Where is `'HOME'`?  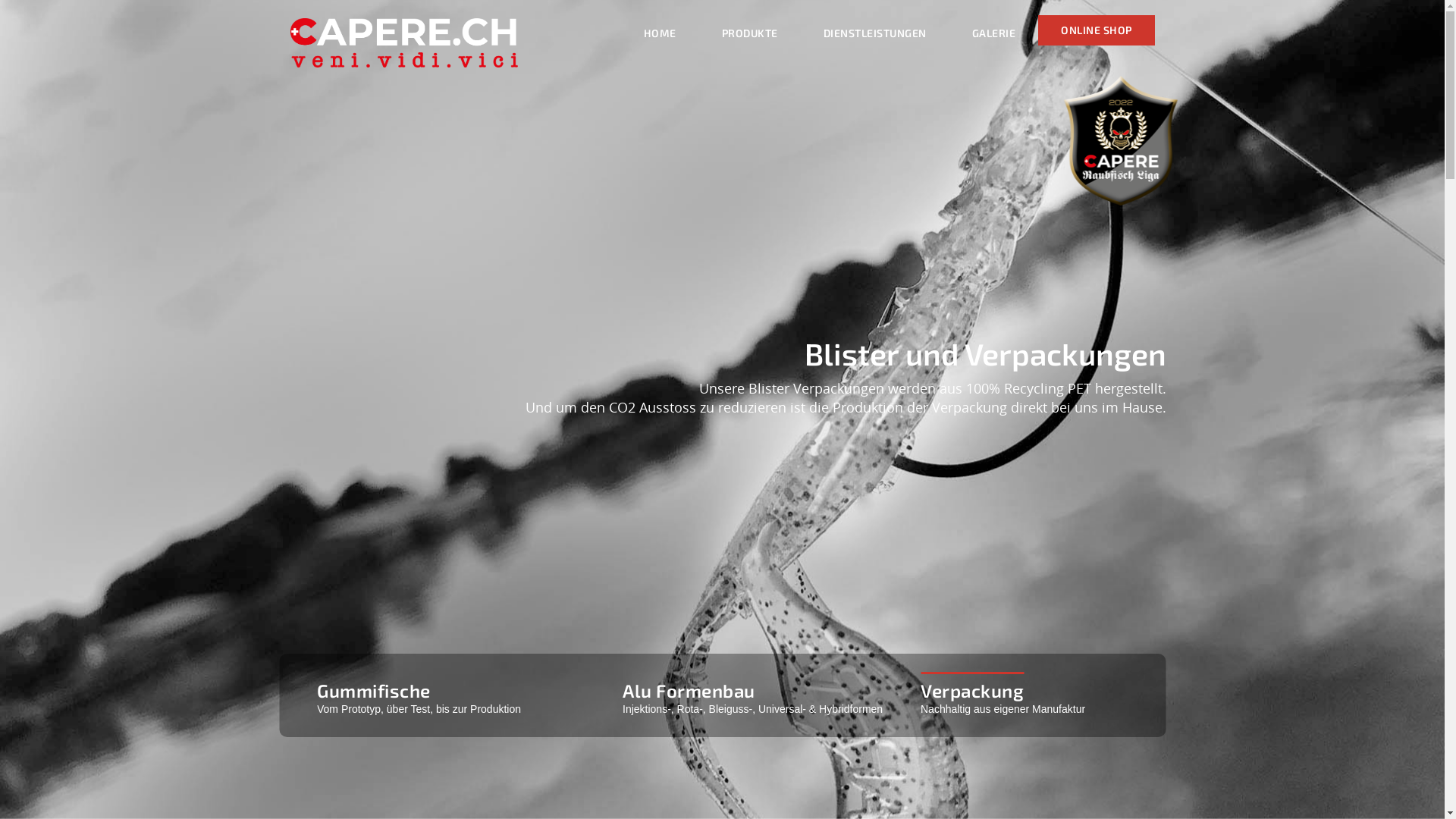 'HOME' is located at coordinates (659, 33).